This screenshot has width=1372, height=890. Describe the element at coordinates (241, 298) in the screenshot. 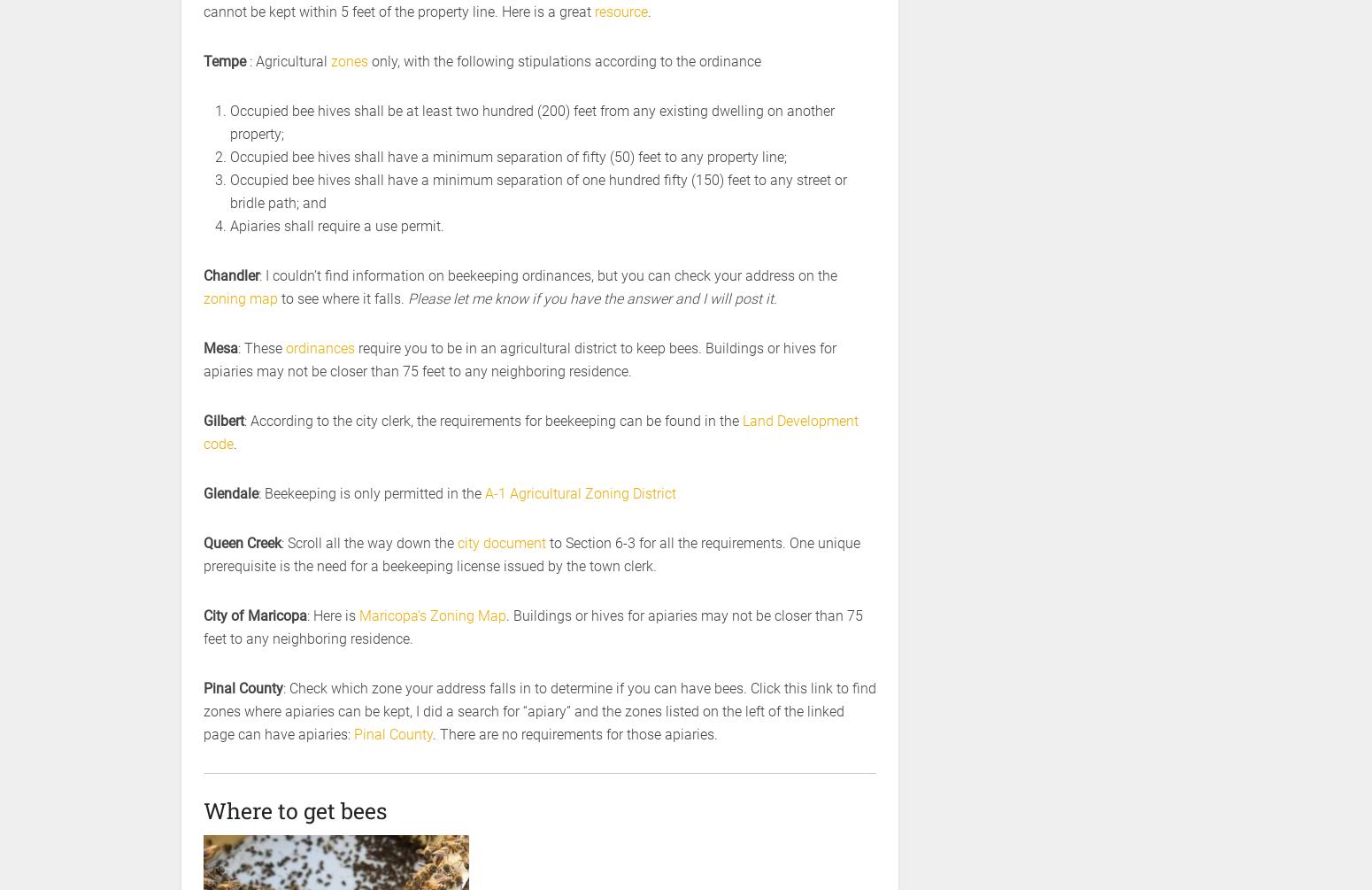

I see `'zoning map'` at that location.